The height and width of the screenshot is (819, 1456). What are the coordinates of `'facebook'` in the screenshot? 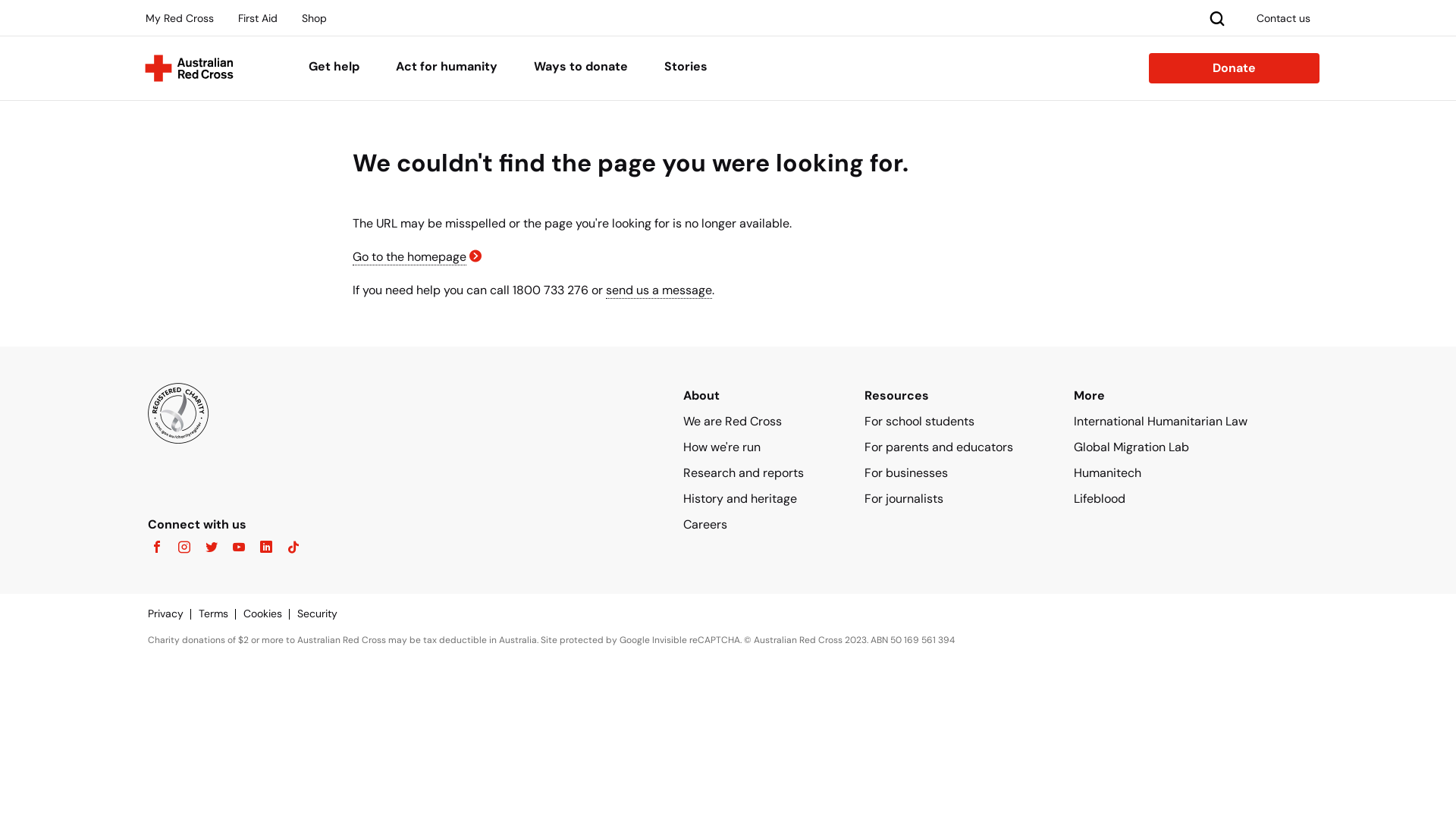 It's located at (156, 548).